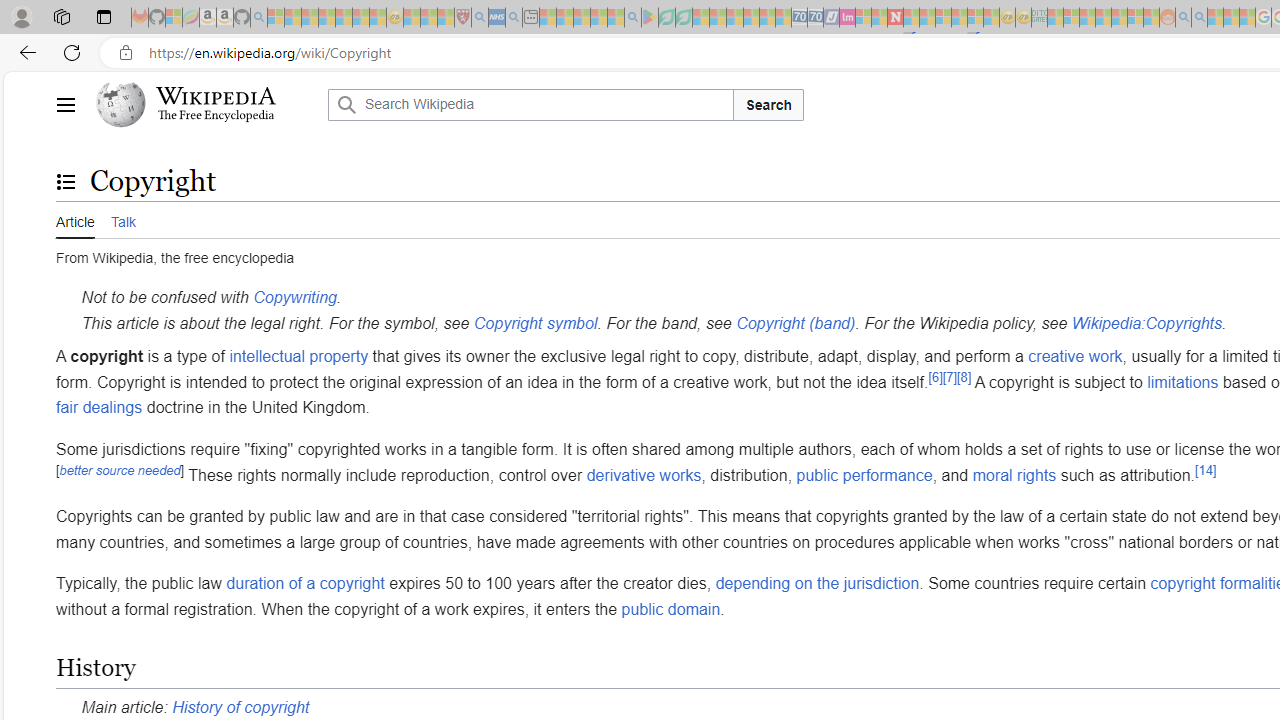  I want to click on 'duration of a copyright', so click(304, 584).